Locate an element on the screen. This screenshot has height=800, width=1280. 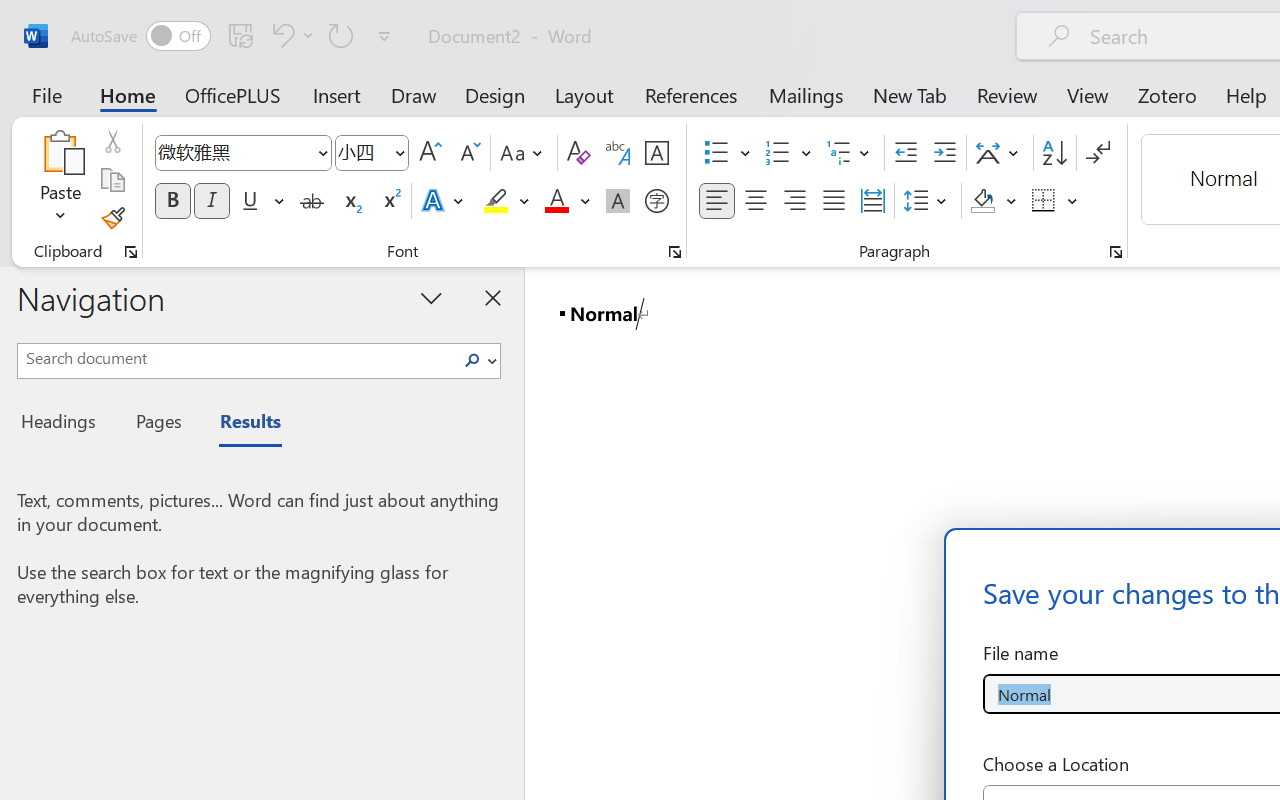
'Character Shading' is located at coordinates (617, 201).